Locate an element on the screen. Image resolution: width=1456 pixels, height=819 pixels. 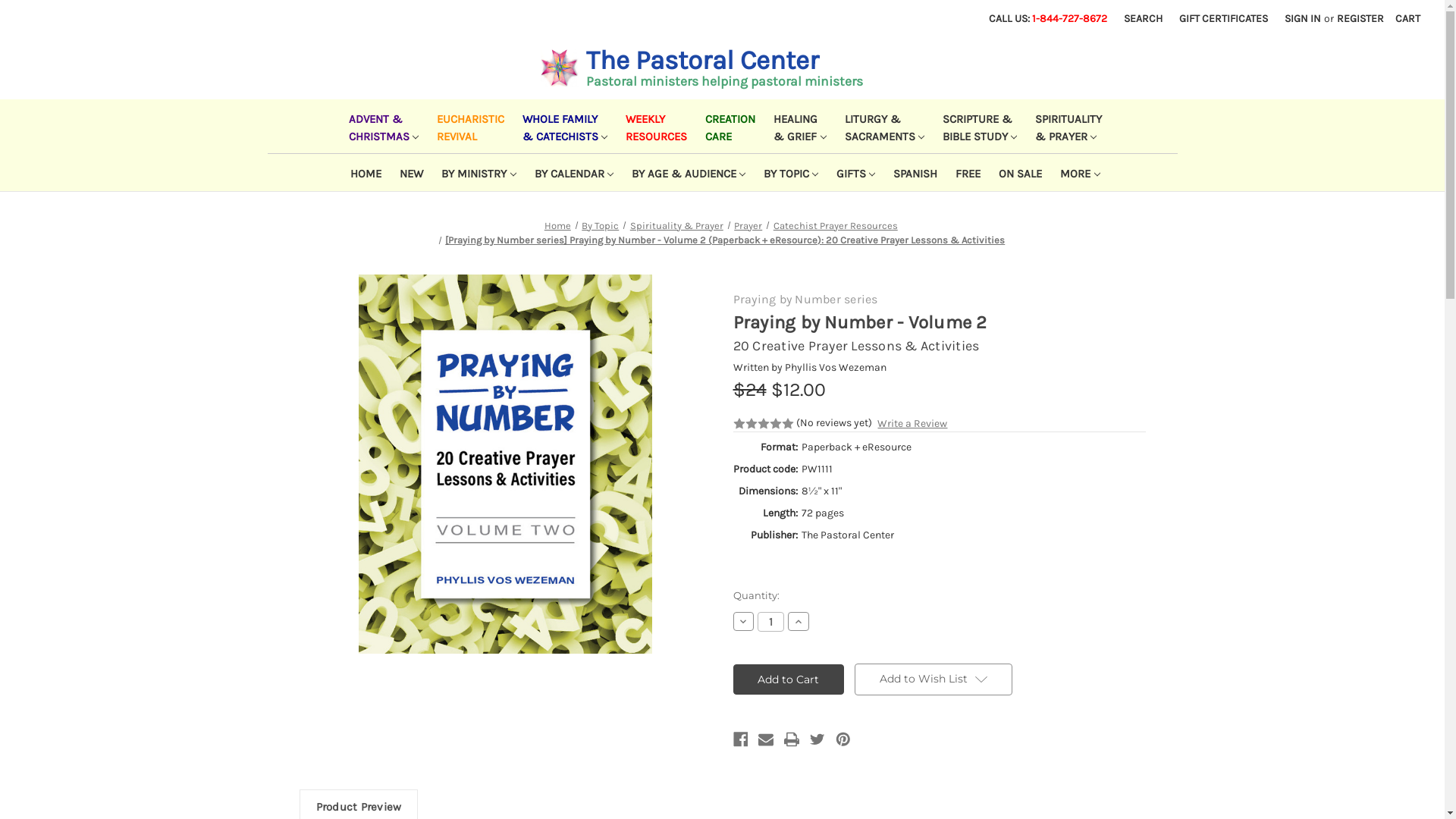
'EUCHARISTIC is located at coordinates (466, 125).